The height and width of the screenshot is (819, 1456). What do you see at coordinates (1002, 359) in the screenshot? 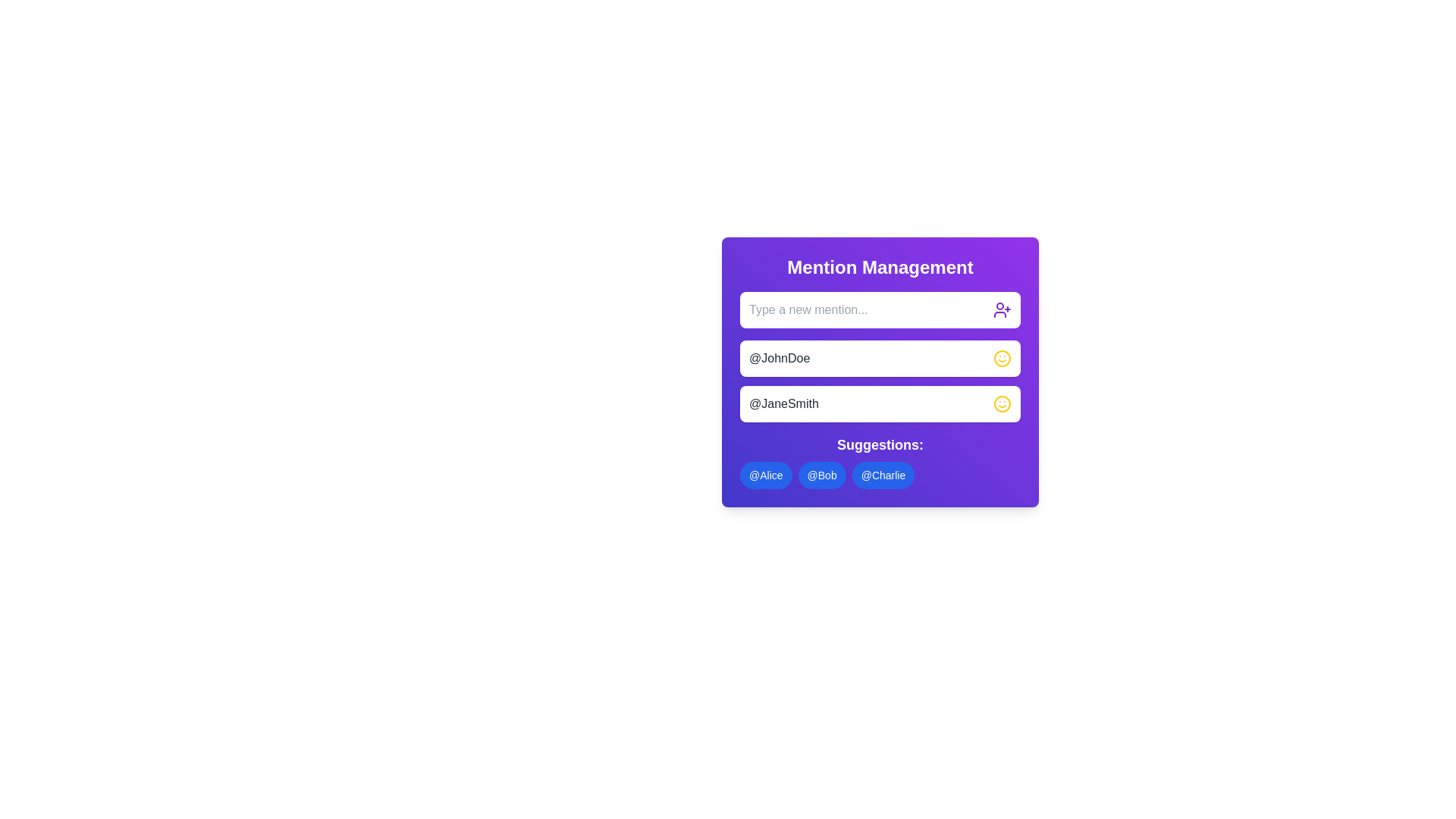
I see `the decorative smiley face icon associated with '@JaneSmith' located in the second row of options under the 'Mention Management' header` at bounding box center [1002, 359].